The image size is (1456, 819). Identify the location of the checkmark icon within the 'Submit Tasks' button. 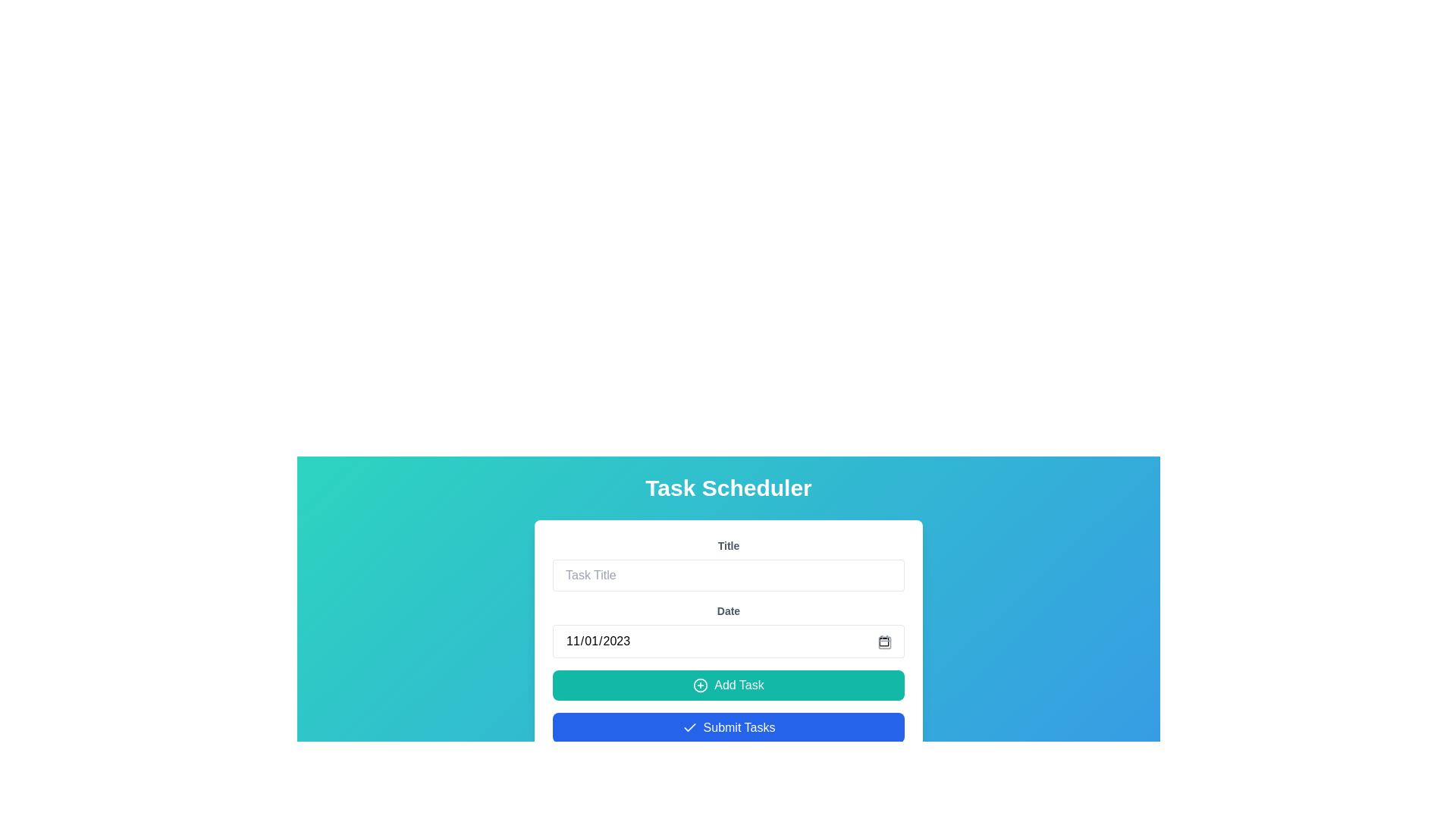
(689, 726).